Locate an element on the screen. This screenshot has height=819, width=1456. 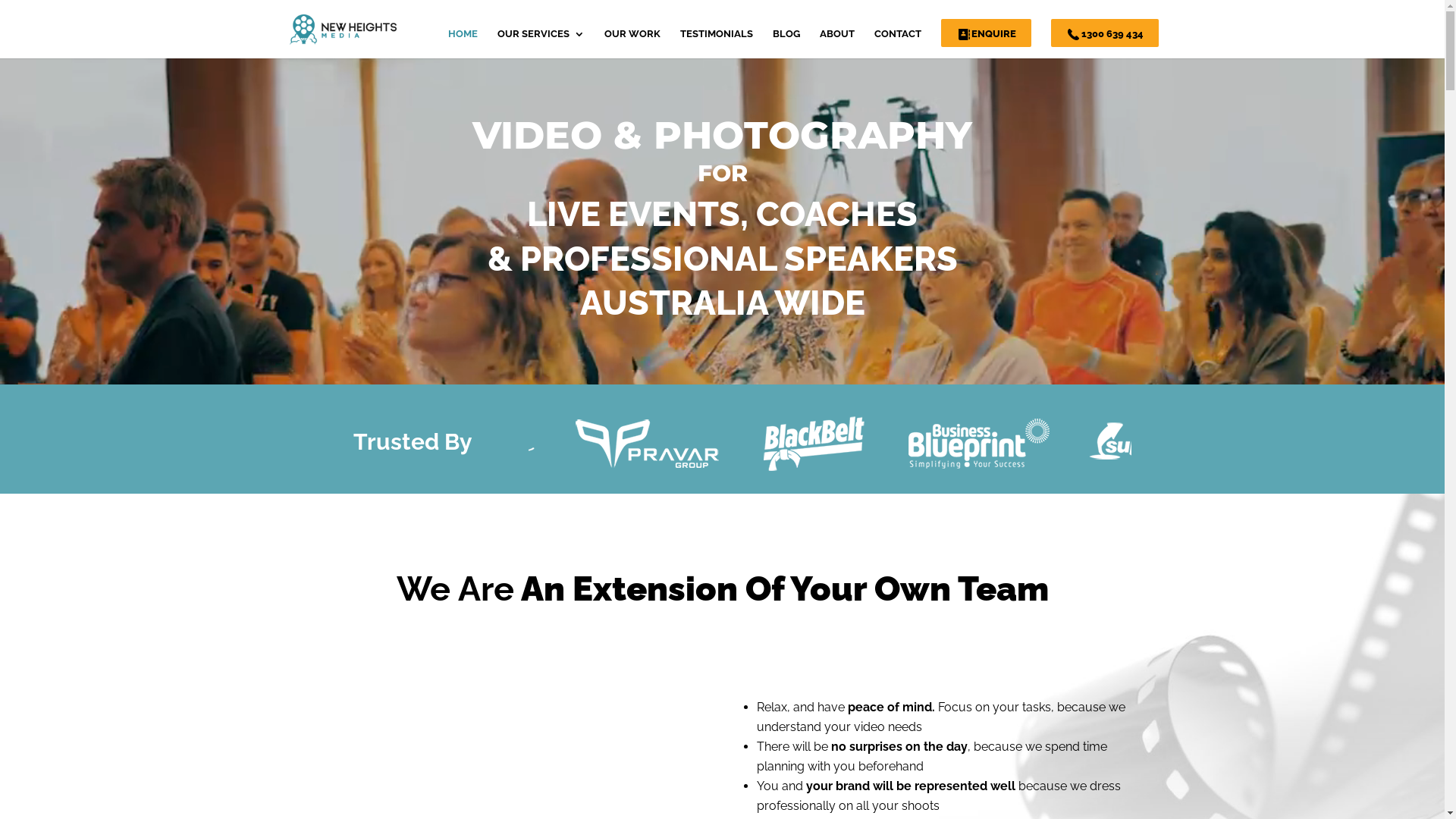
'OUR WORK' is located at coordinates (632, 42).